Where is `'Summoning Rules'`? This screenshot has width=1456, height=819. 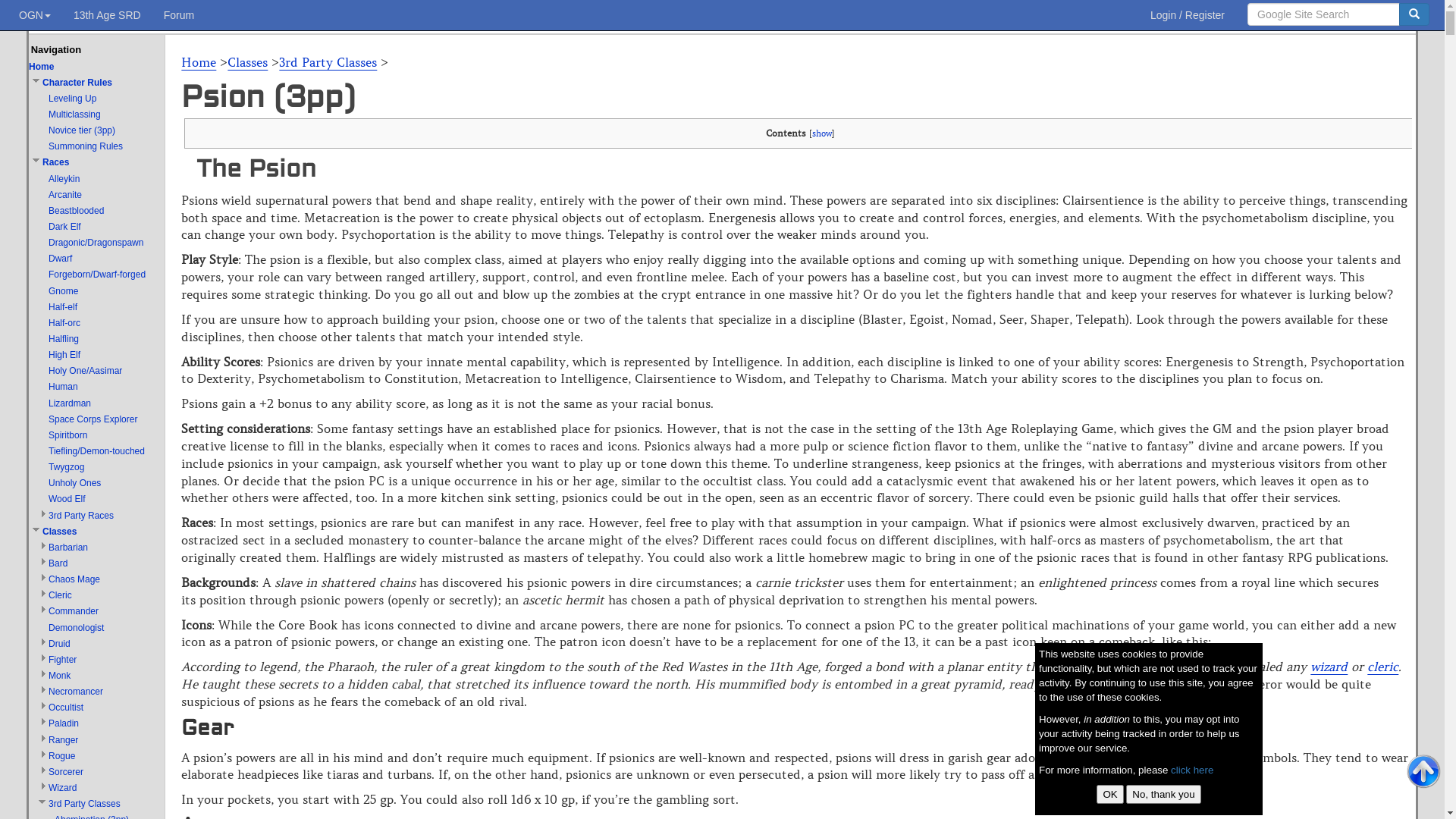
'Summoning Rules' is located at coordinates (85, 146).